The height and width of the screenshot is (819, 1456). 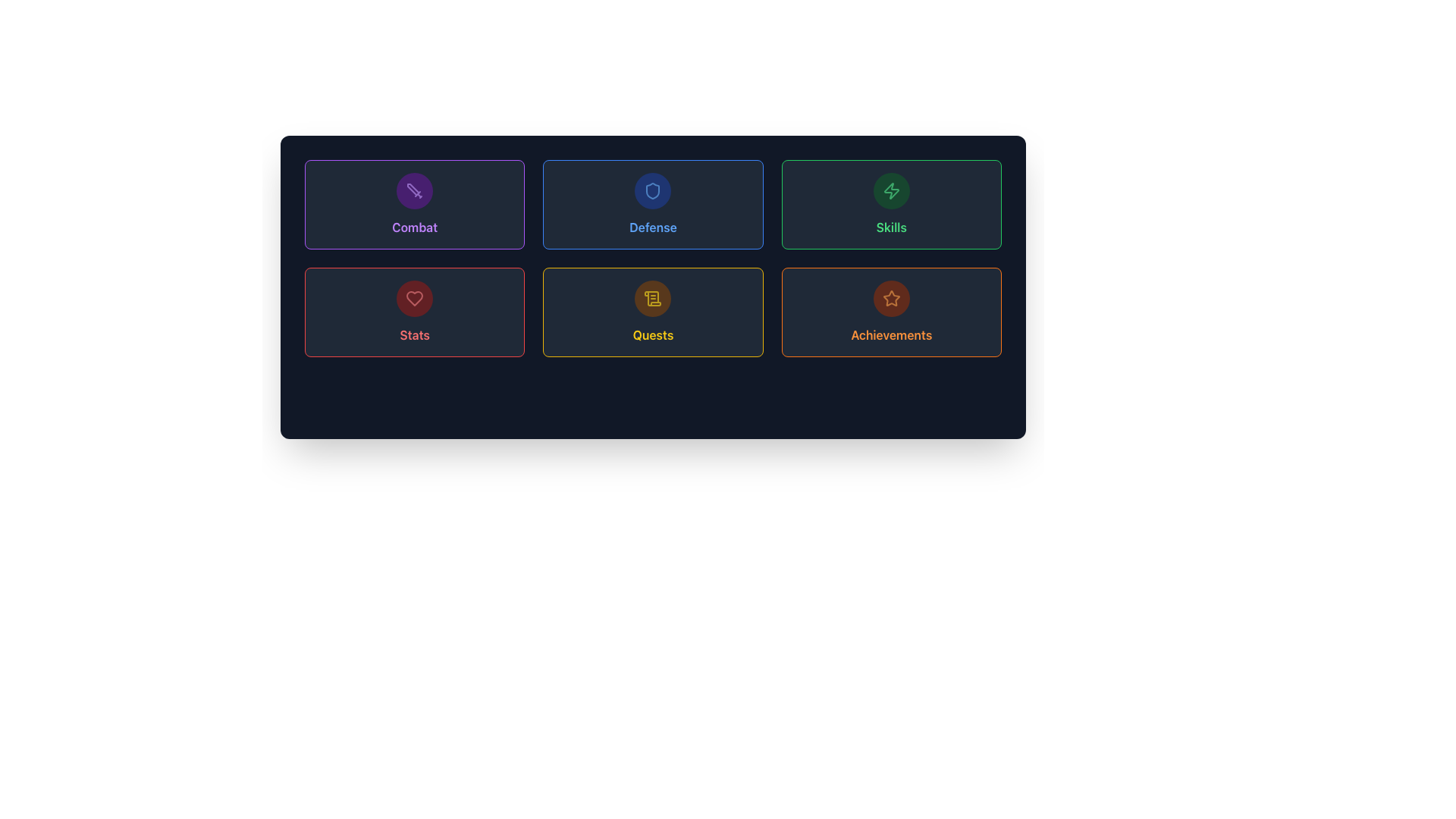 I want to click on the 'Skills' interactive card/button located in the top row of the grid layout, positioned to the right of the 'Defense' component, so click(x=891, y=205).